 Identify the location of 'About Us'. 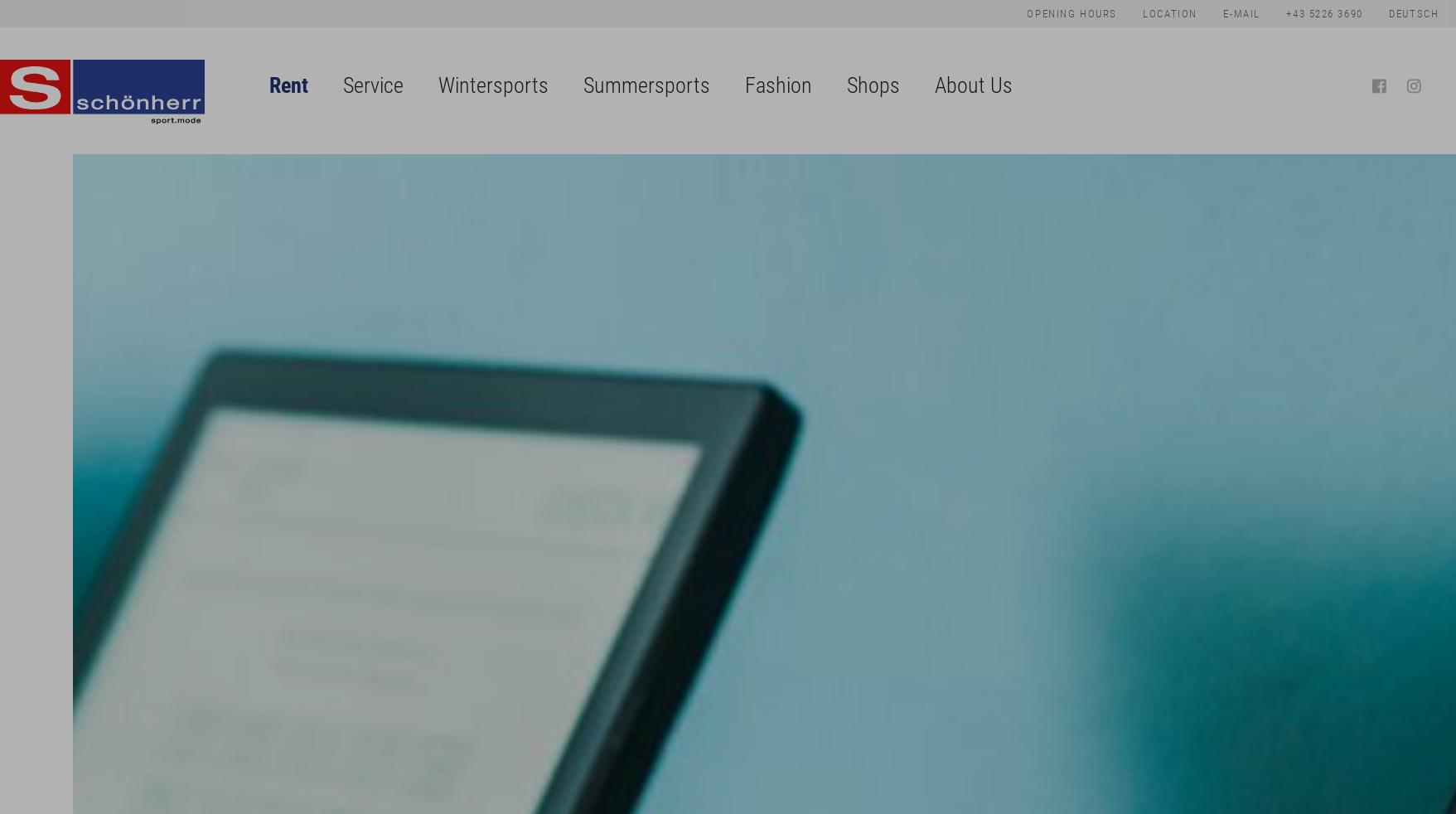
(973, 84).